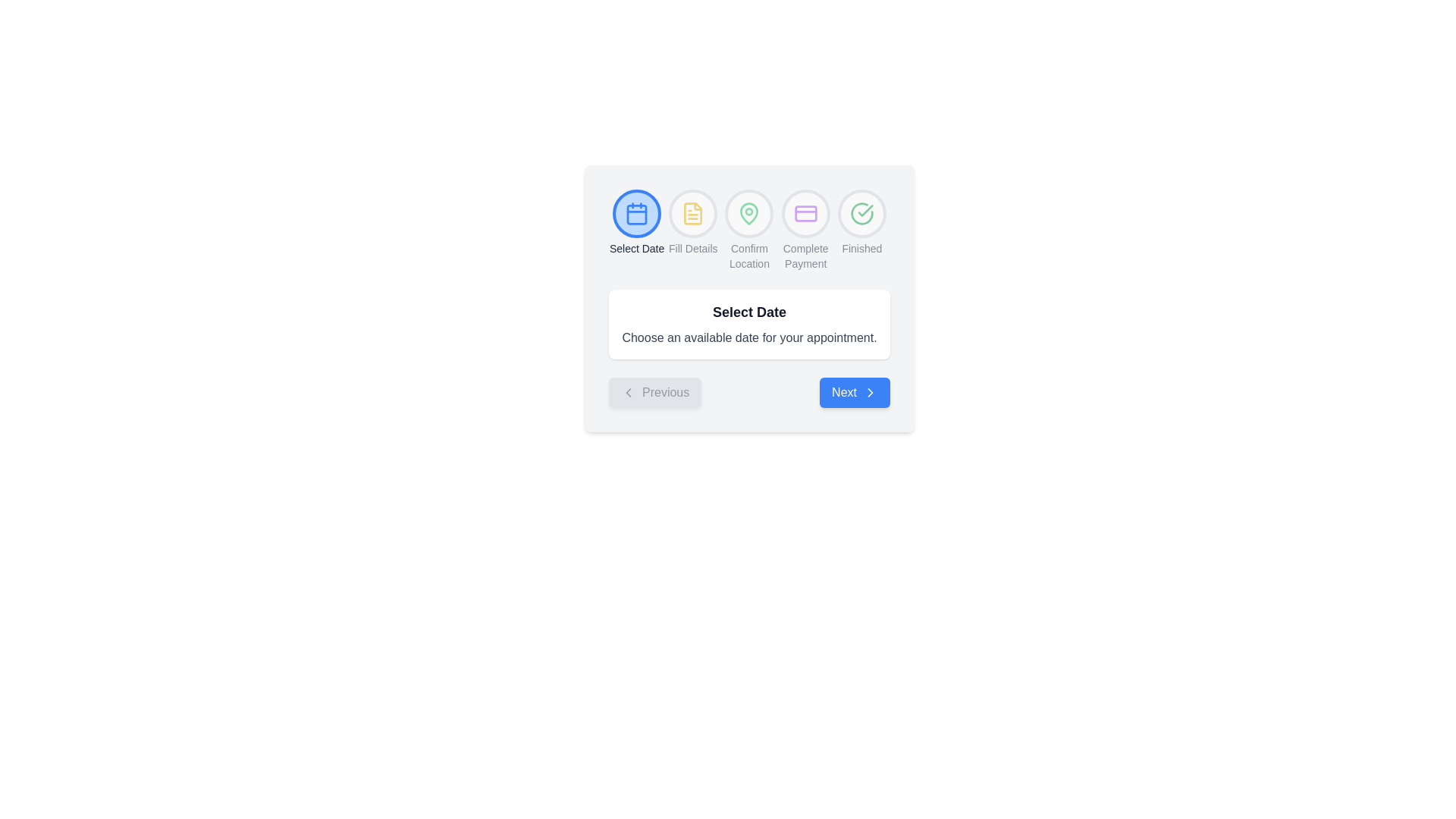  Describe the element at coordinates (749, 231) in the screenshot. I see `the Progress Tracker element, which features five circular icons with the active step 'Confirm Location' highlighted in green within a white circle, located between 'Fill Details' and 'Complete Payment.'` at that location.